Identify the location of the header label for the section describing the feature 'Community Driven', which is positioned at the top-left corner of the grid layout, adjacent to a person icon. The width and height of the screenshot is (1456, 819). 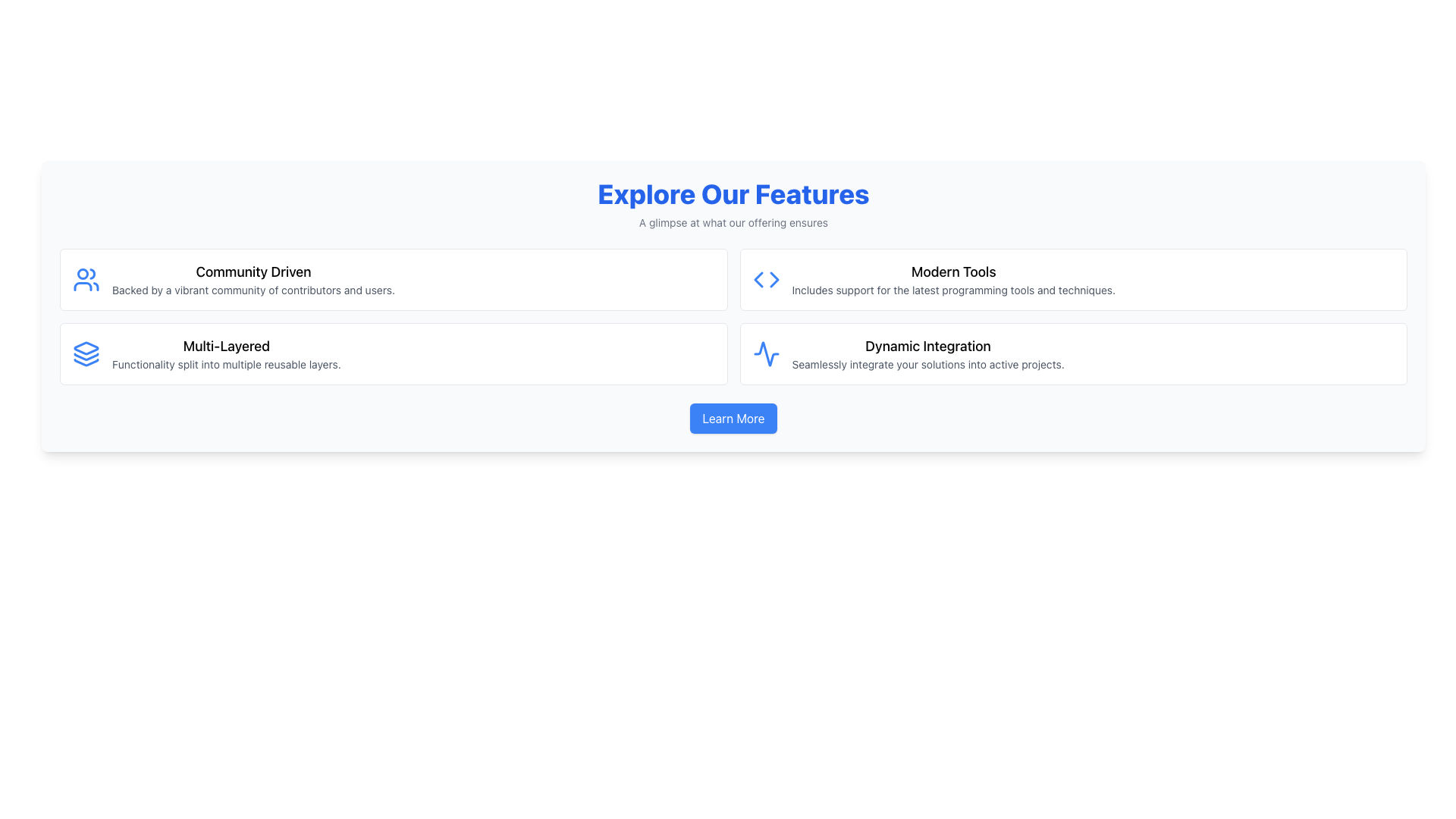
(253, 271).